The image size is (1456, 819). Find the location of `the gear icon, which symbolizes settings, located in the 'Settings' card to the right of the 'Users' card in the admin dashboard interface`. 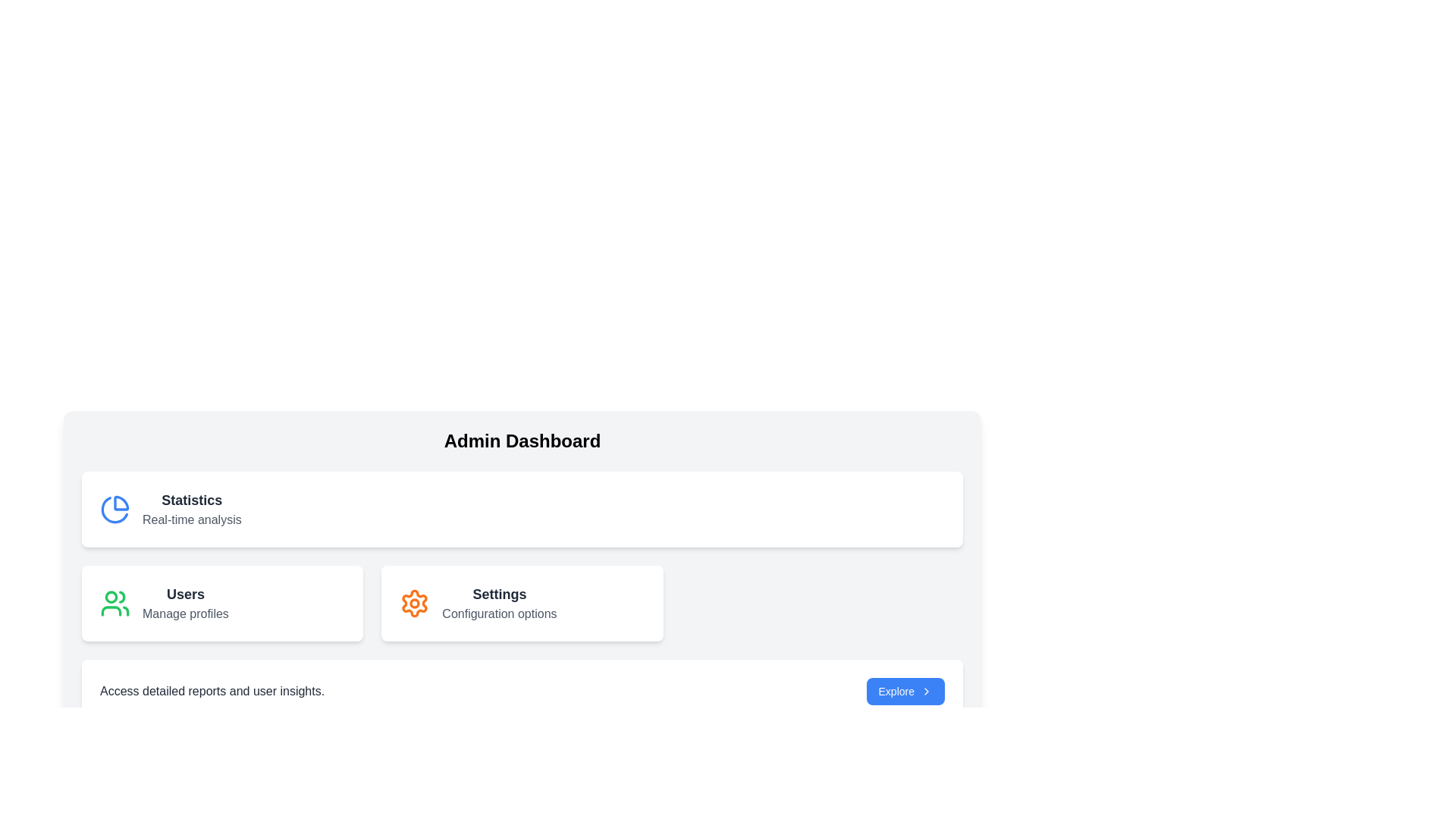

the gear icon, which symbolizes settings, located in the 'Settings' card to the right of the 'Users' card in the admin dashboard interface is located at coordinates (415, 602).